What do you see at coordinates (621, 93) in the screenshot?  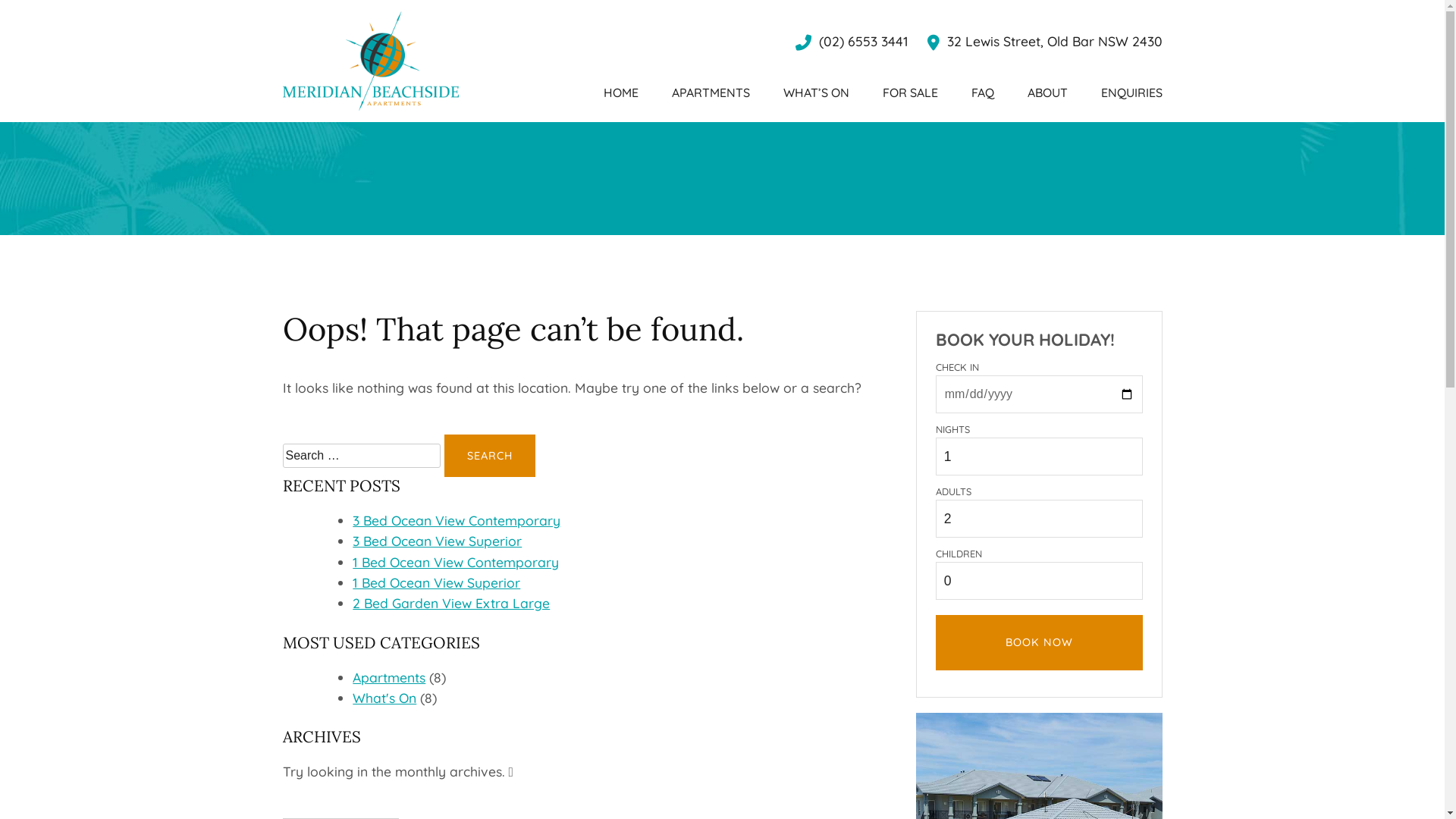 I see `'HOME'` at bounding box center [621, 93].